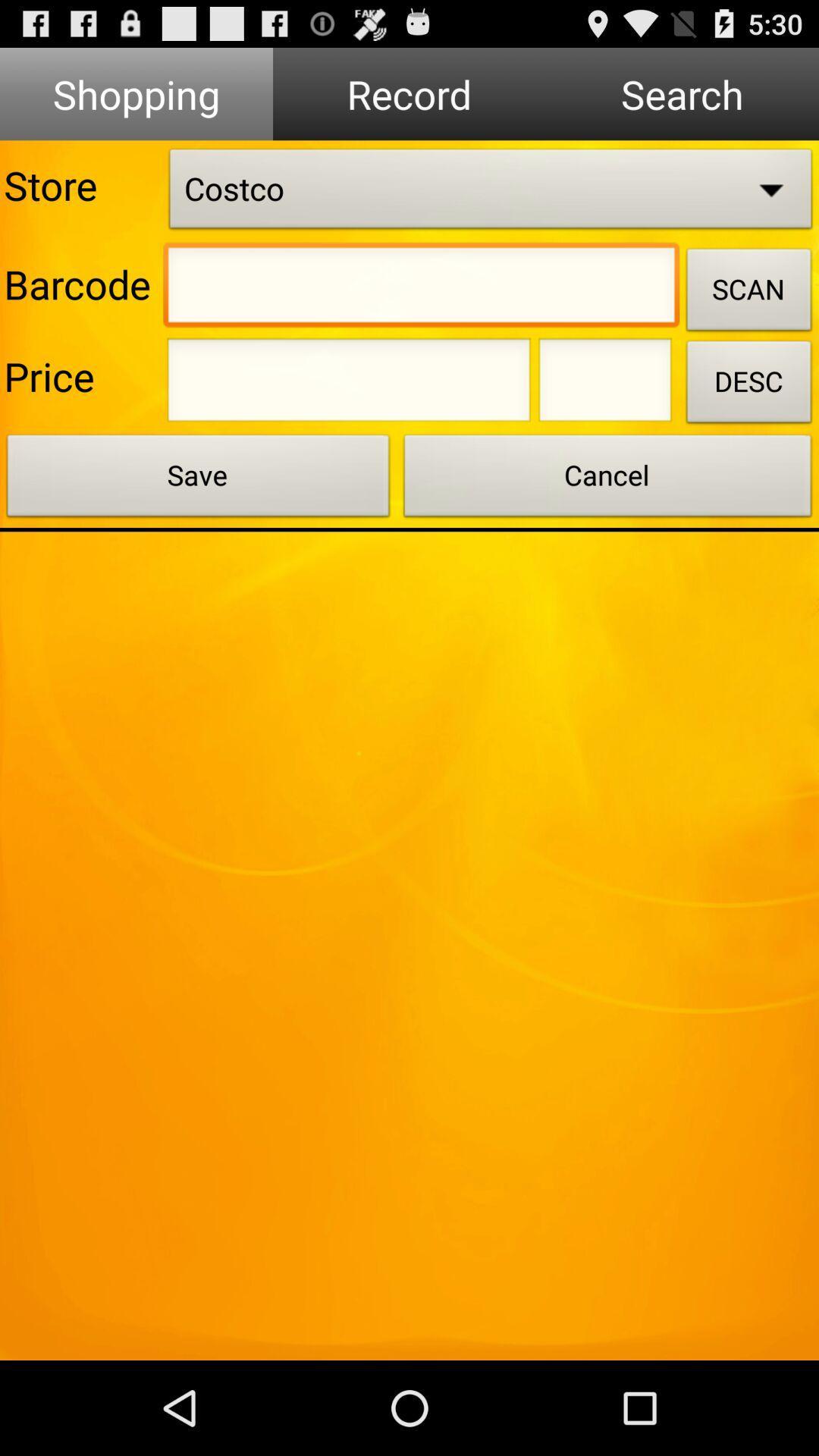 The width and height of the screenshot is (819, 1456). Describe the element at coordinates (681, 93) in the screenshot. I see `search` at that location.